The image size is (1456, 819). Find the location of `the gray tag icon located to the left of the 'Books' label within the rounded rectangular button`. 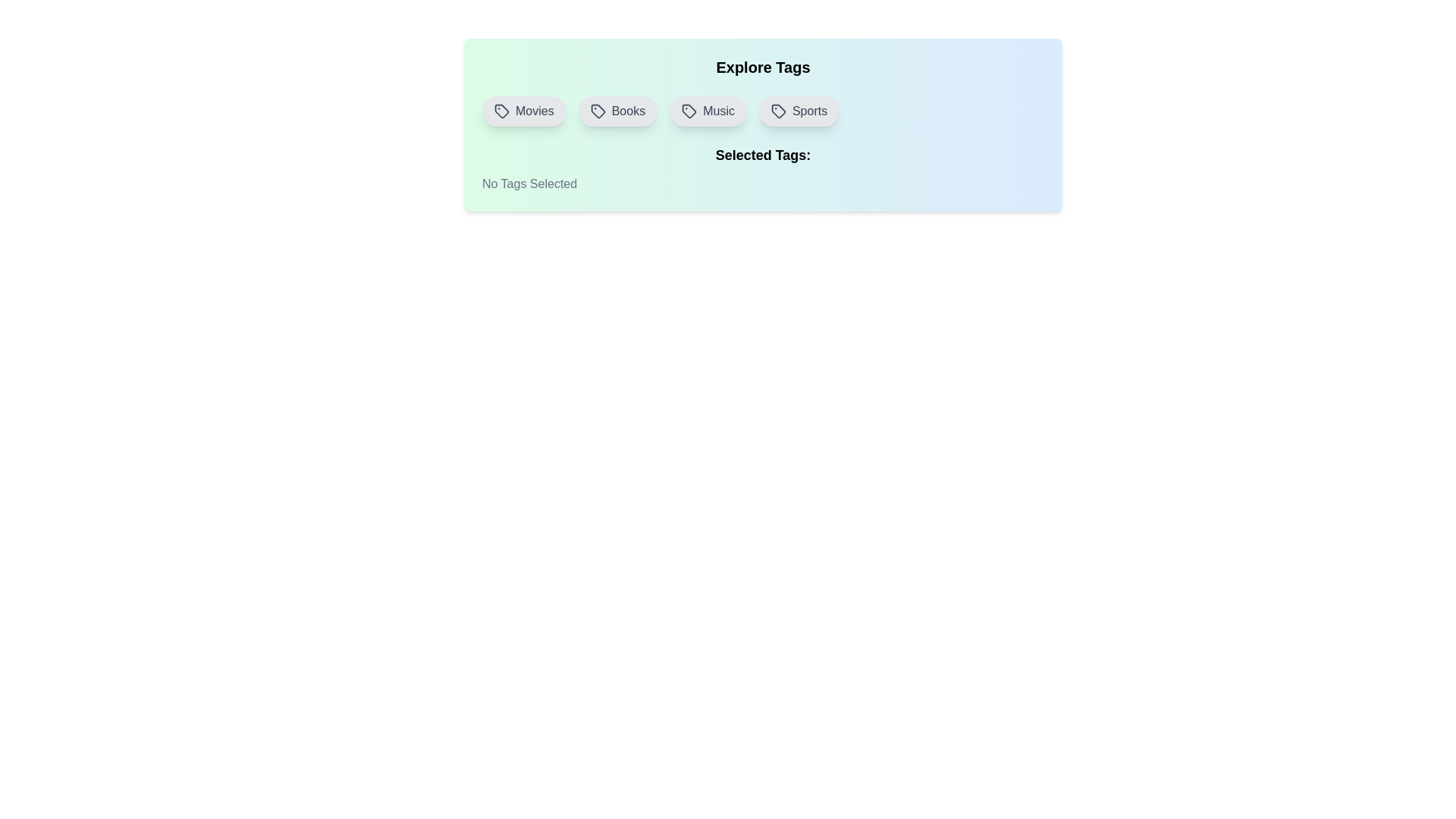

the gray tag icon located to the left of the 'Books' label within the rounded rectangular button is located at coordinates (597, 110).